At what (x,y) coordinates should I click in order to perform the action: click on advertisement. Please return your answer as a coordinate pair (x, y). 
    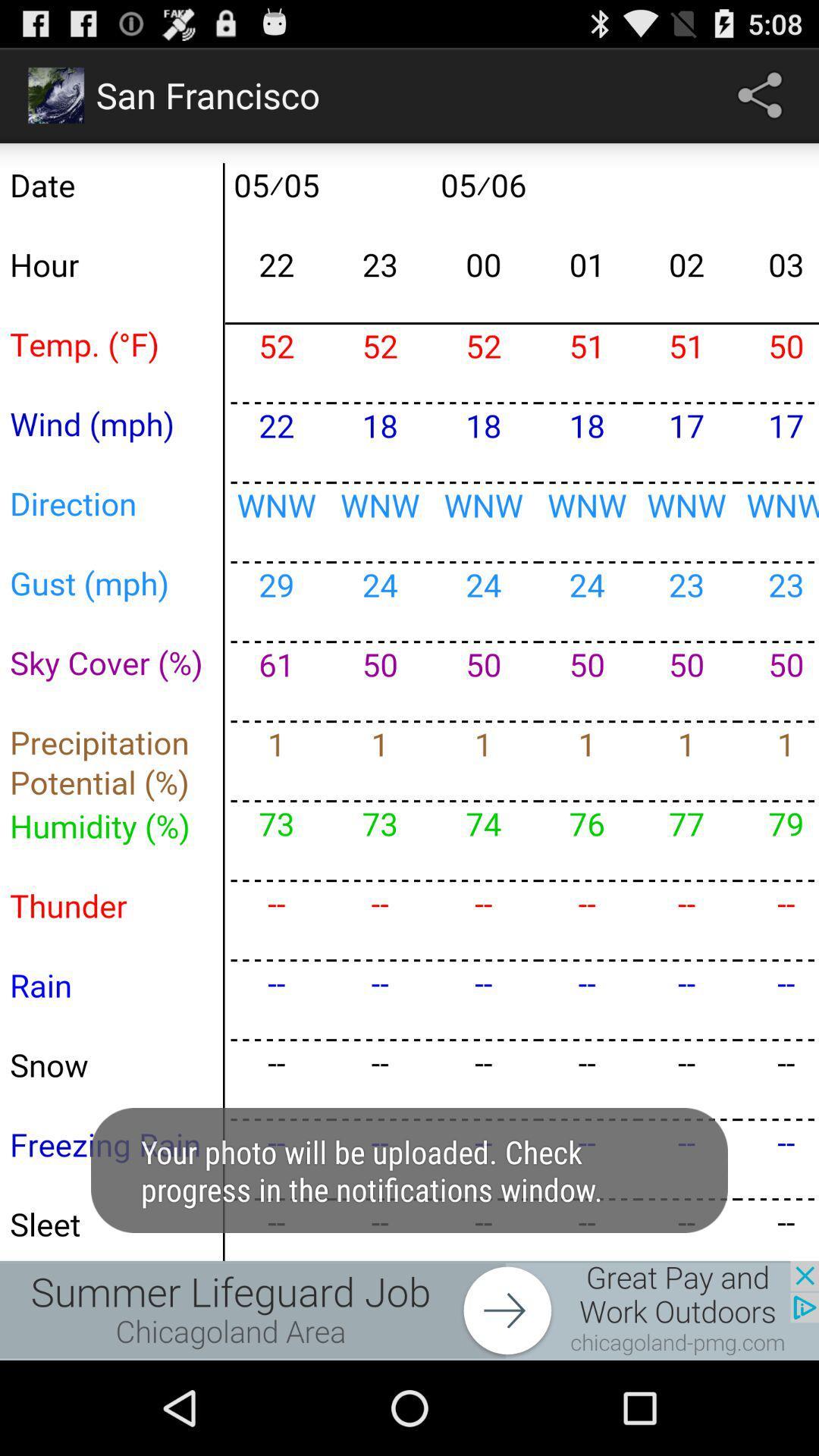
    Looking at the image, I should click on (409, 1310).